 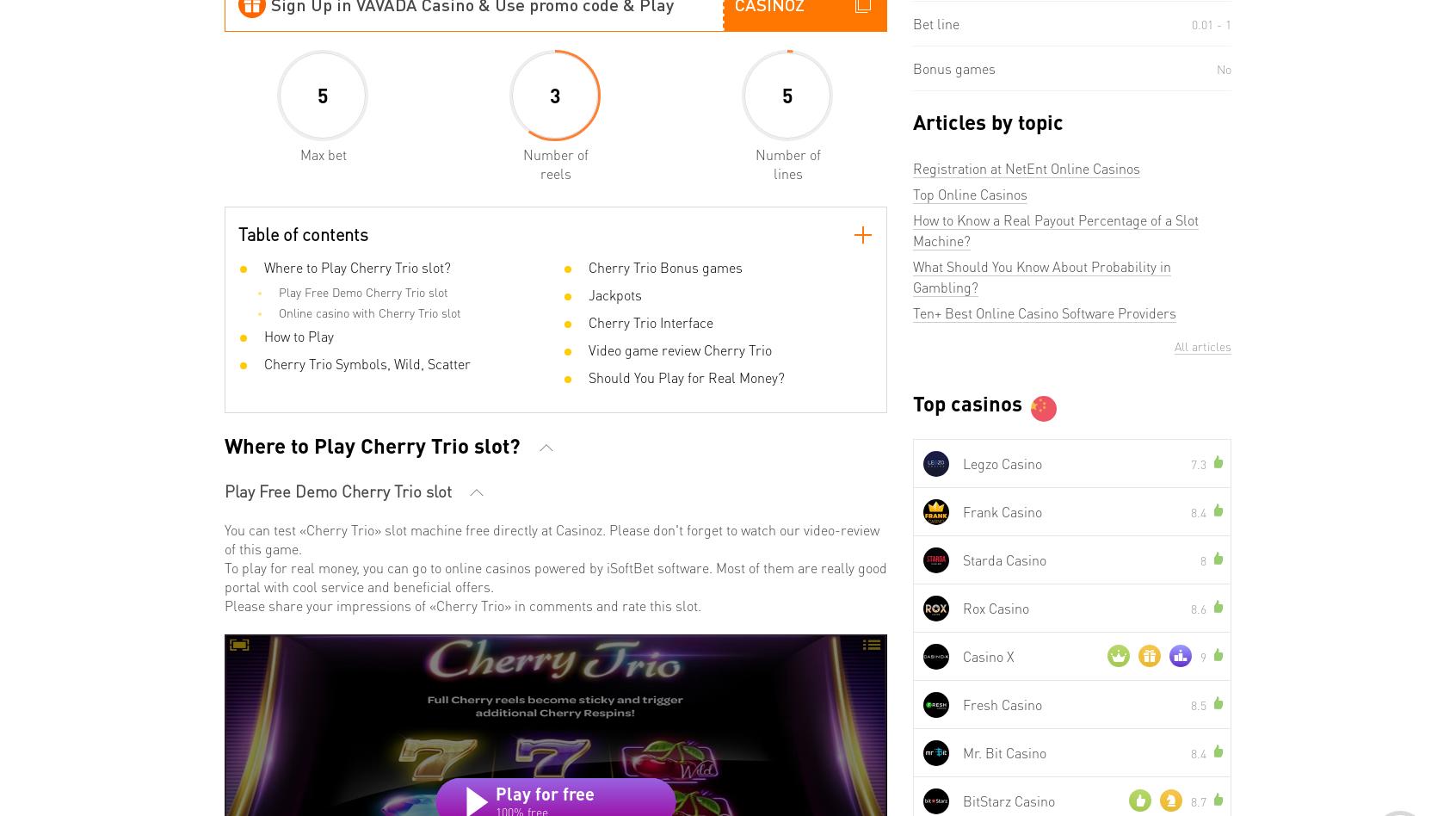 What do you see at coordinates (684, 375) in the screenshot?
I see `'Should You Play for Real Money?'` at bounding box center [684, 375].